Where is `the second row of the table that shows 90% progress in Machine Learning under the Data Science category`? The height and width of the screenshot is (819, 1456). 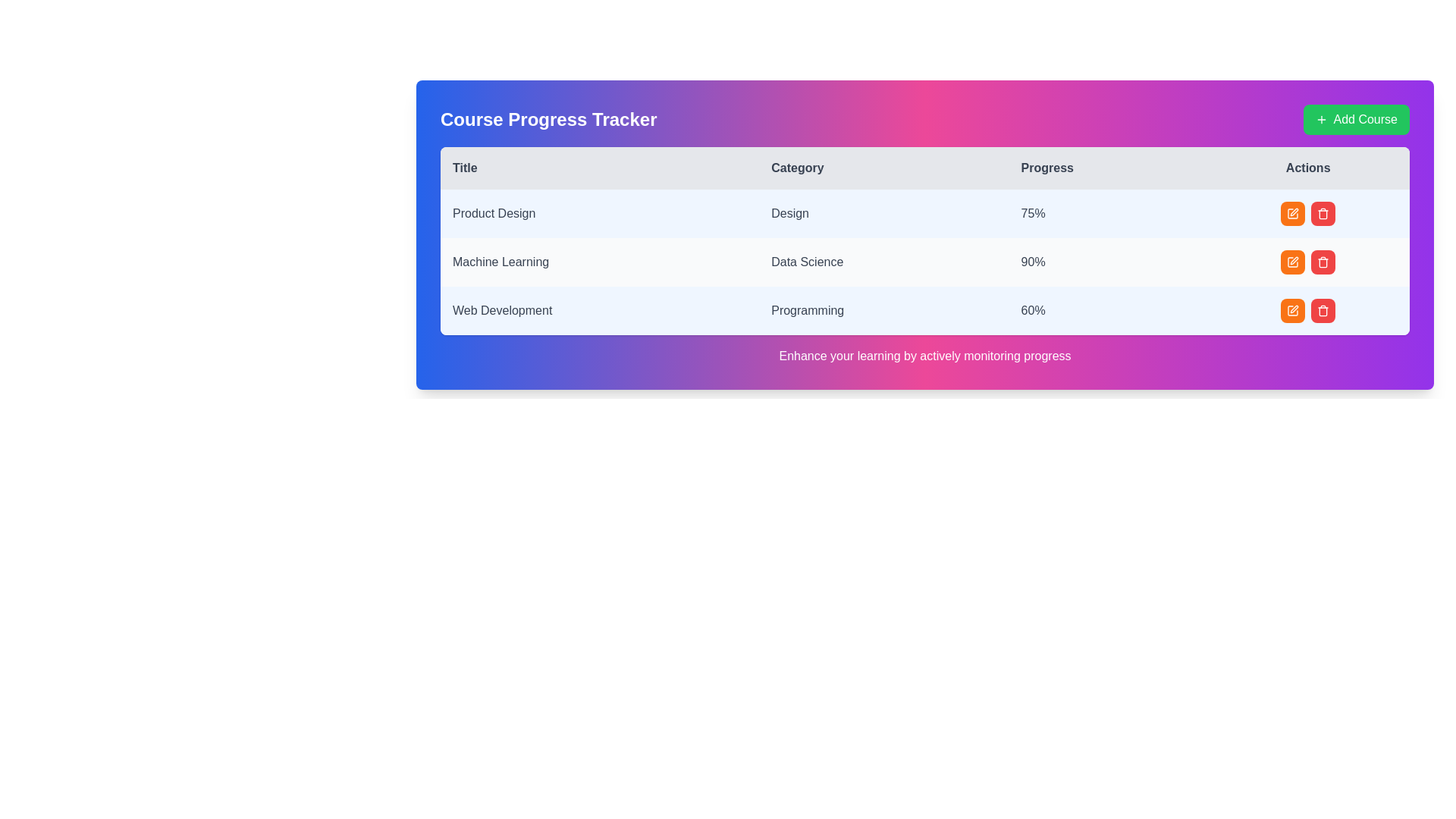 the second row of the table that shows 90% progress in Machine Learning under the Data Science category is located at coordinates (924, 262).